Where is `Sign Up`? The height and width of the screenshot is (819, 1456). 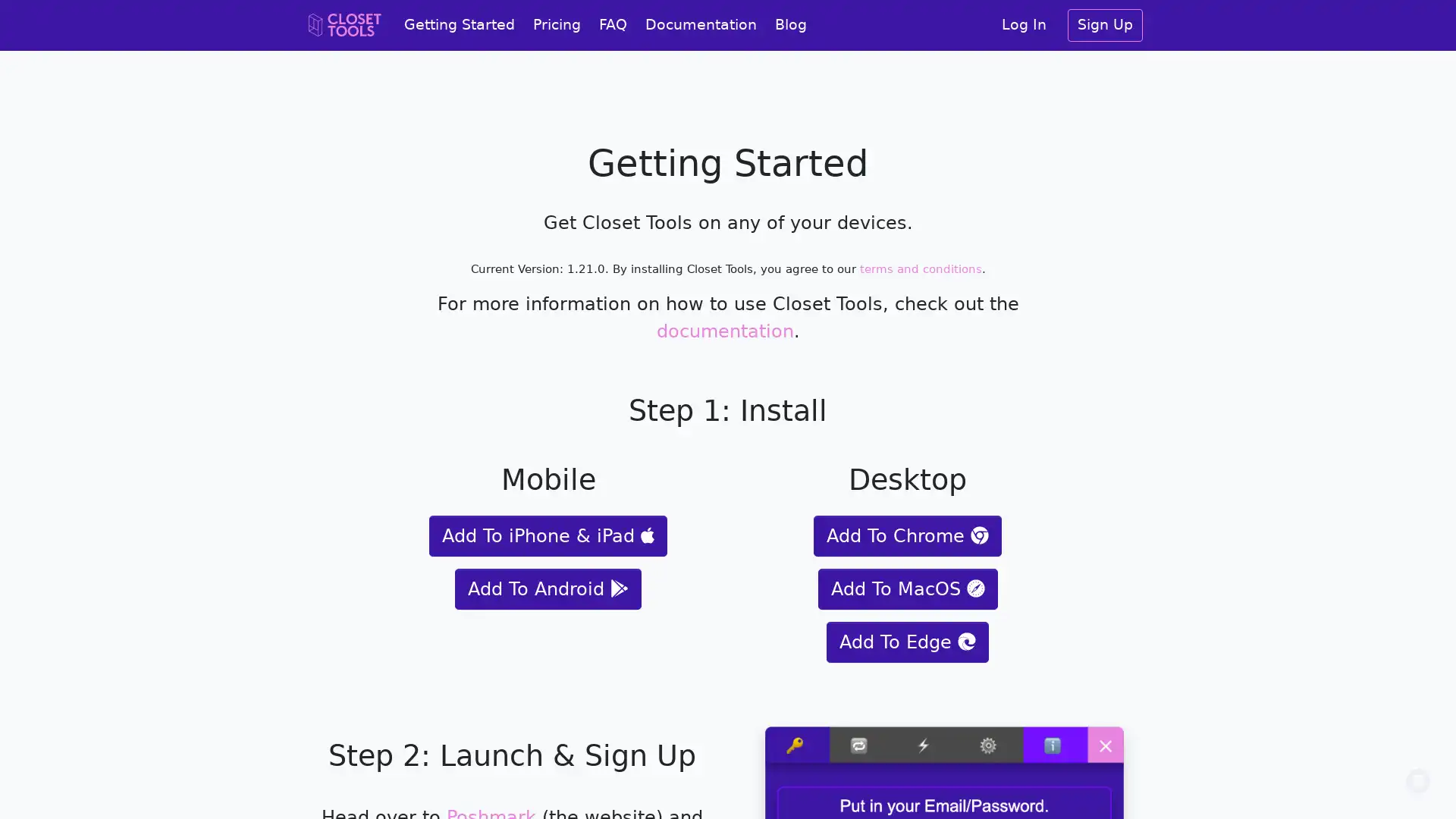 Sign Up is located at coordinates (1105, 25).